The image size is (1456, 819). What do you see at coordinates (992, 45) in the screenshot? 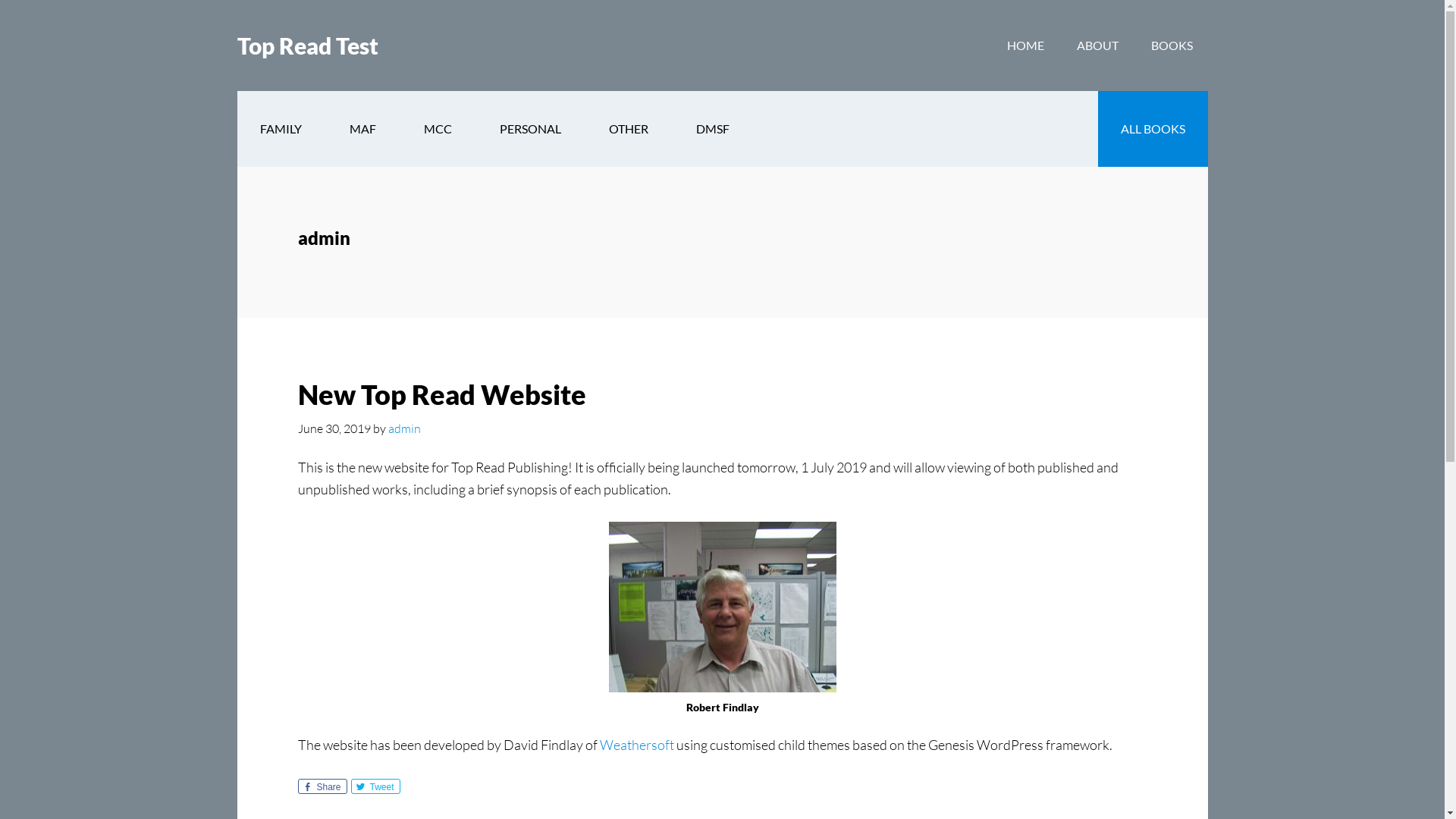
I see `'HOME'` at bounding box center [992, 45].